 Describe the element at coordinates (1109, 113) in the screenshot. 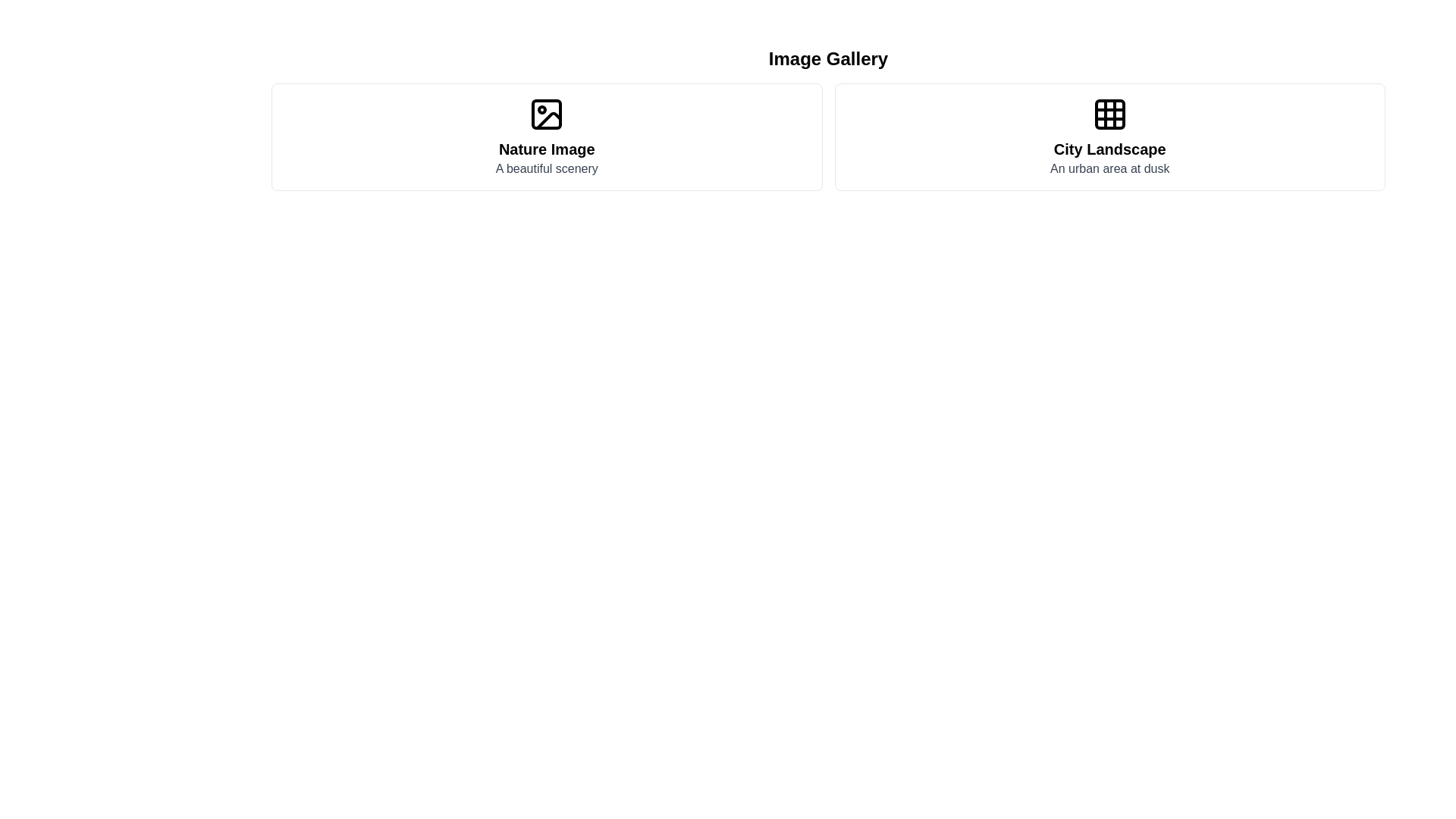

I see `the grid icon, which appears as a 3x3 arrangement of squares outlined in black, located at the top-center of the 'City Landscape' card` at that location.